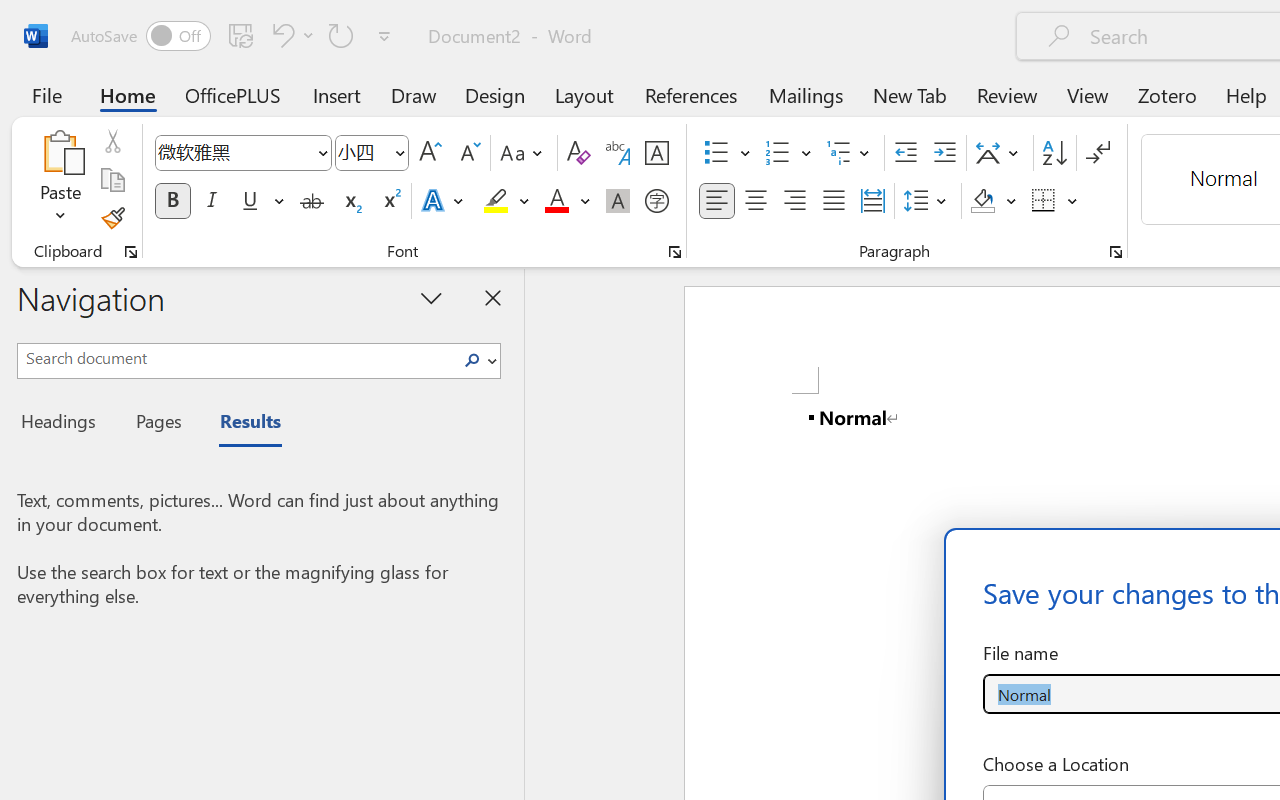 The width and height of the screenshot is (1280, 800). Describe the element at coordinates (130, 251) in the screenshot. I see `'Office Clipboard...'` at that location.